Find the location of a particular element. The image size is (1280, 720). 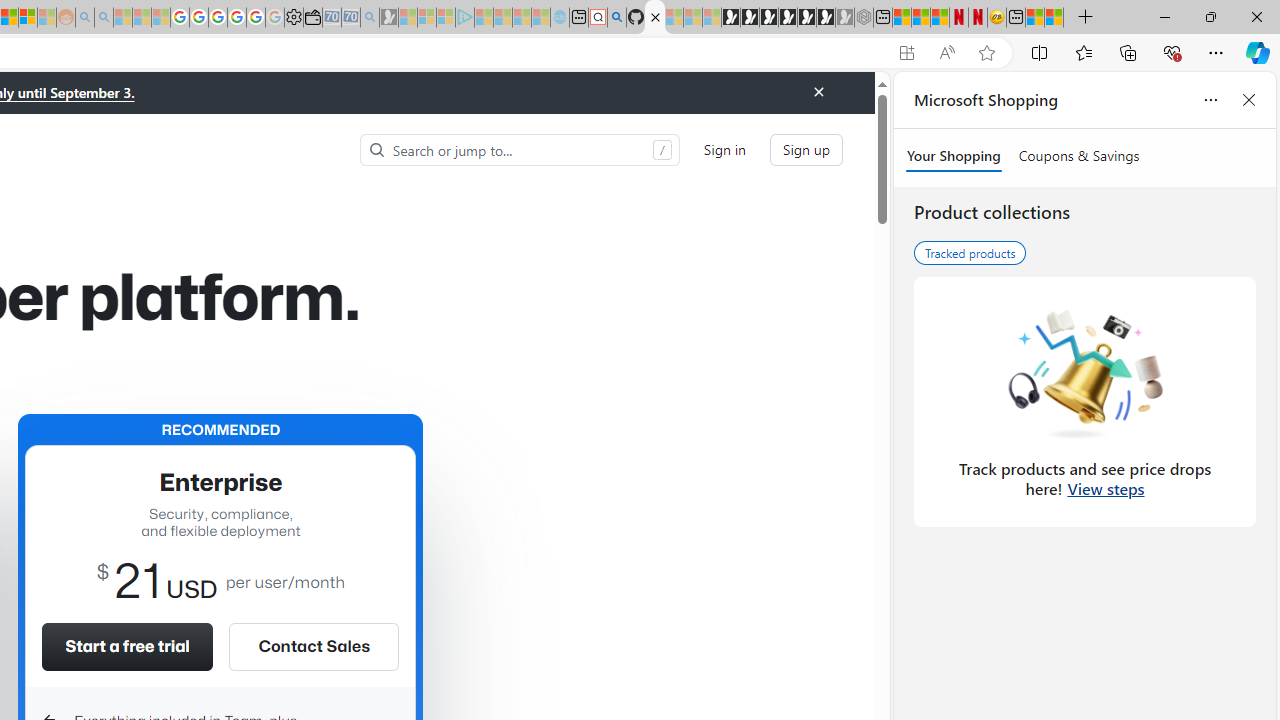

'github - Search' is located at coordinates (615, 17).